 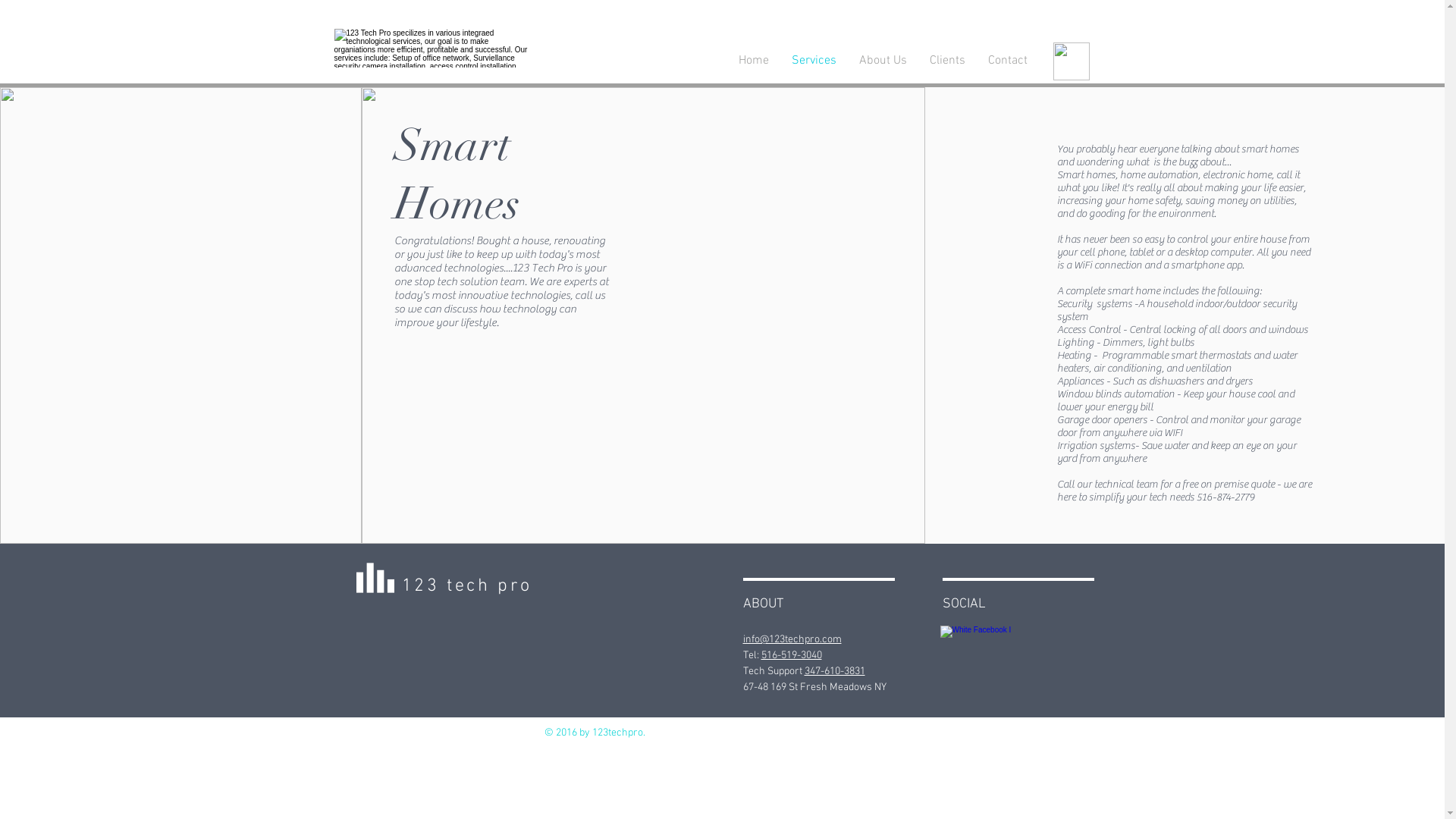 I want to click on '516-519-3040', so click(x=761, y=654).